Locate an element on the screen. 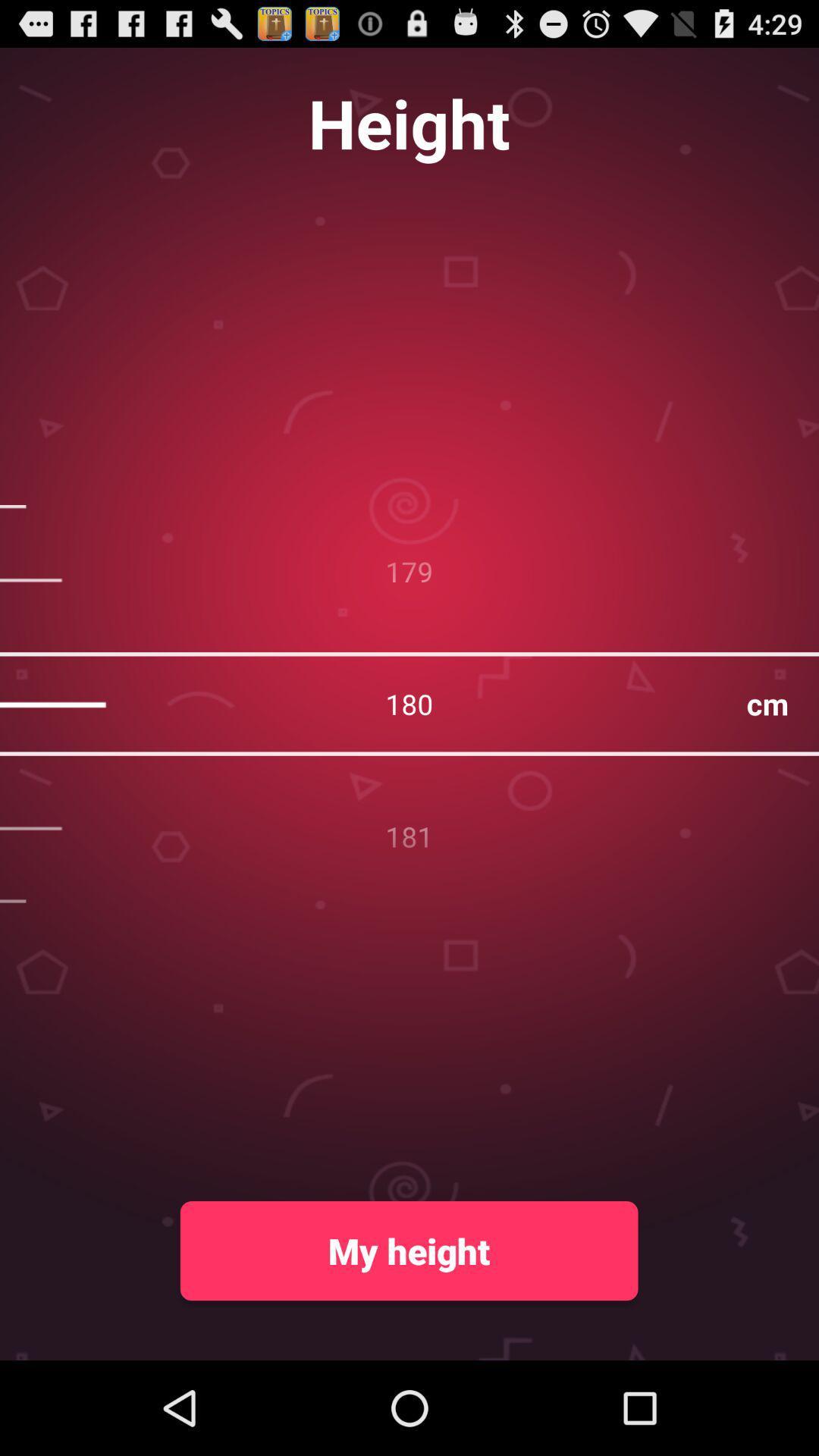 The image size is (819, 1456). the button above the my height is located at coordinates (409, 703).